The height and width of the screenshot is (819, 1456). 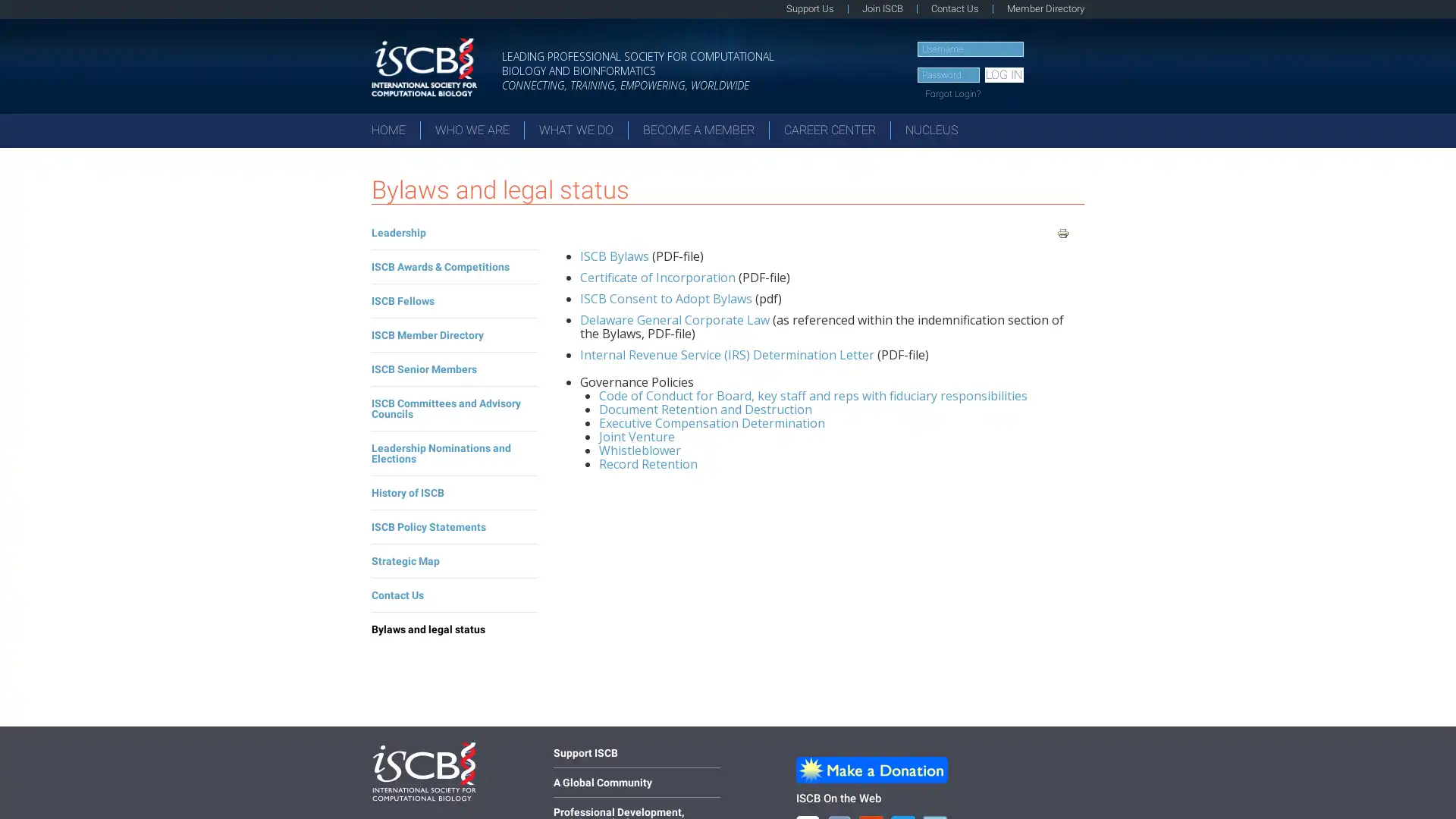 What do you see at coordinates (1003, 75) in the screenshot?
I see `LOG IN` at bounding box center [1003, 75].